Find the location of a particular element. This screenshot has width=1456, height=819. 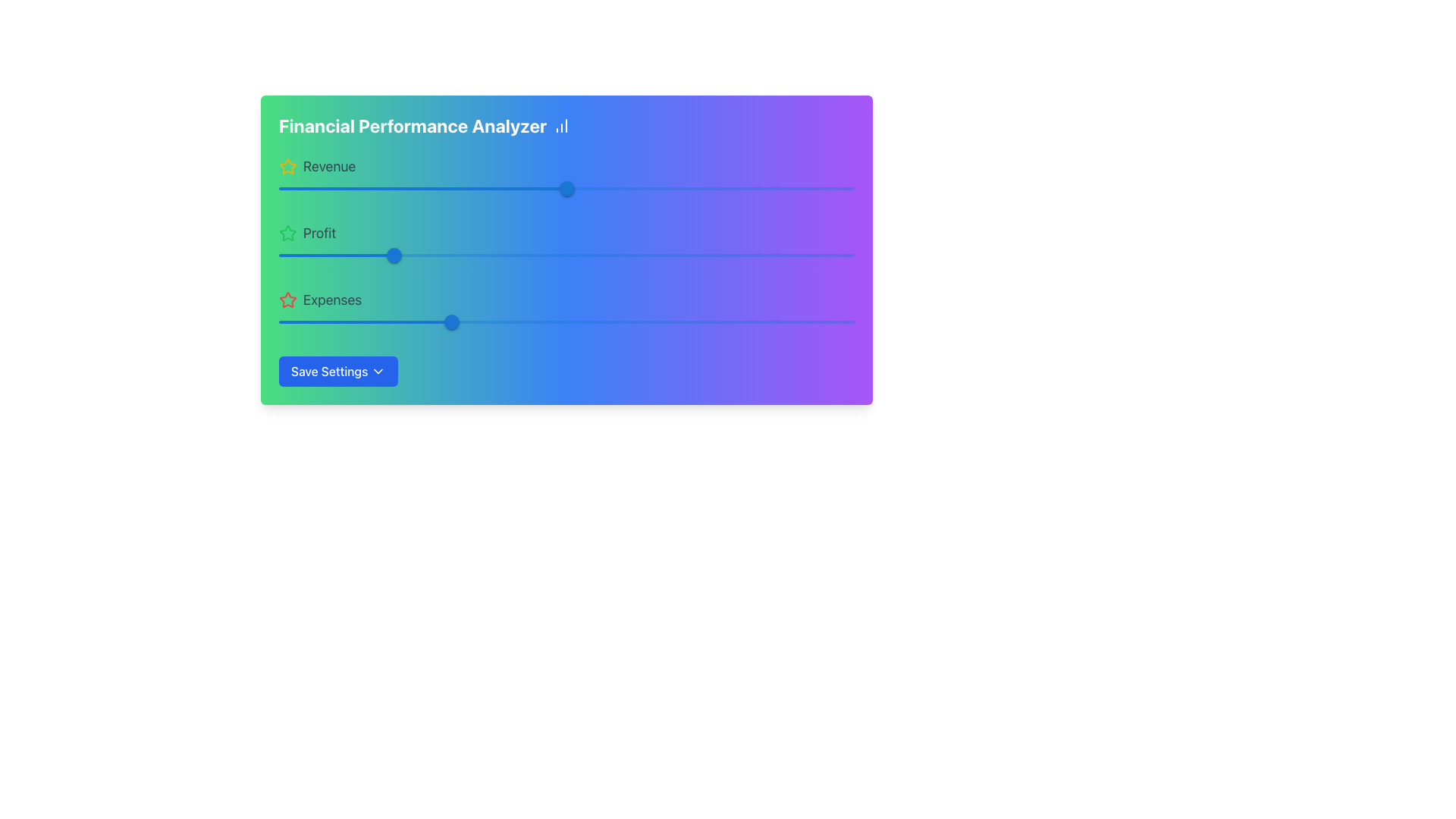

the yellow star icon representing importance or rating located to the left of the text 'Revenue' in the Financial Performance Analyzer metrics list is located at coordinates (287, 166).